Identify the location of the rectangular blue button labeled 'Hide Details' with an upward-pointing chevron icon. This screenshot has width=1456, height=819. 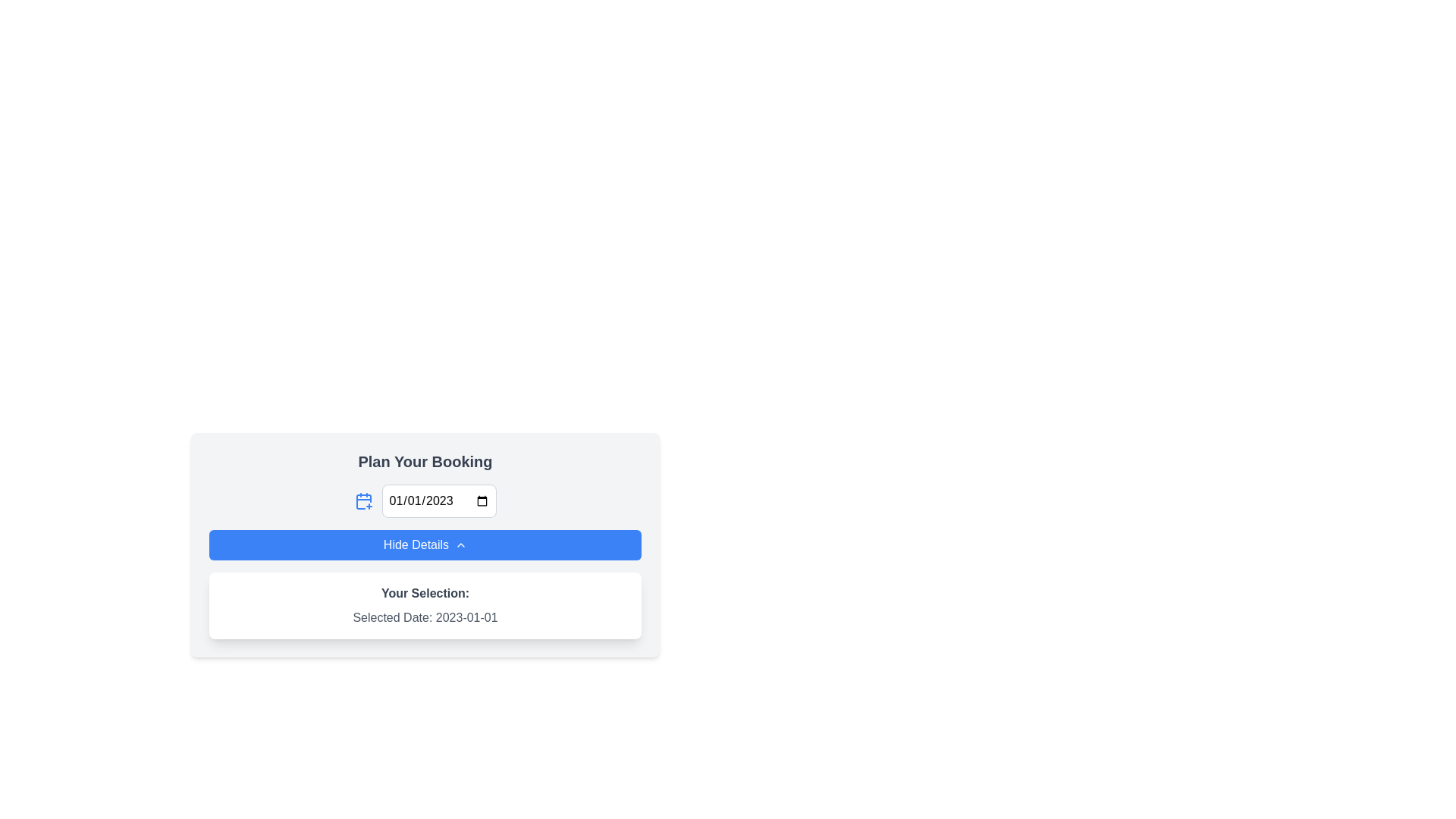
(425, 544).